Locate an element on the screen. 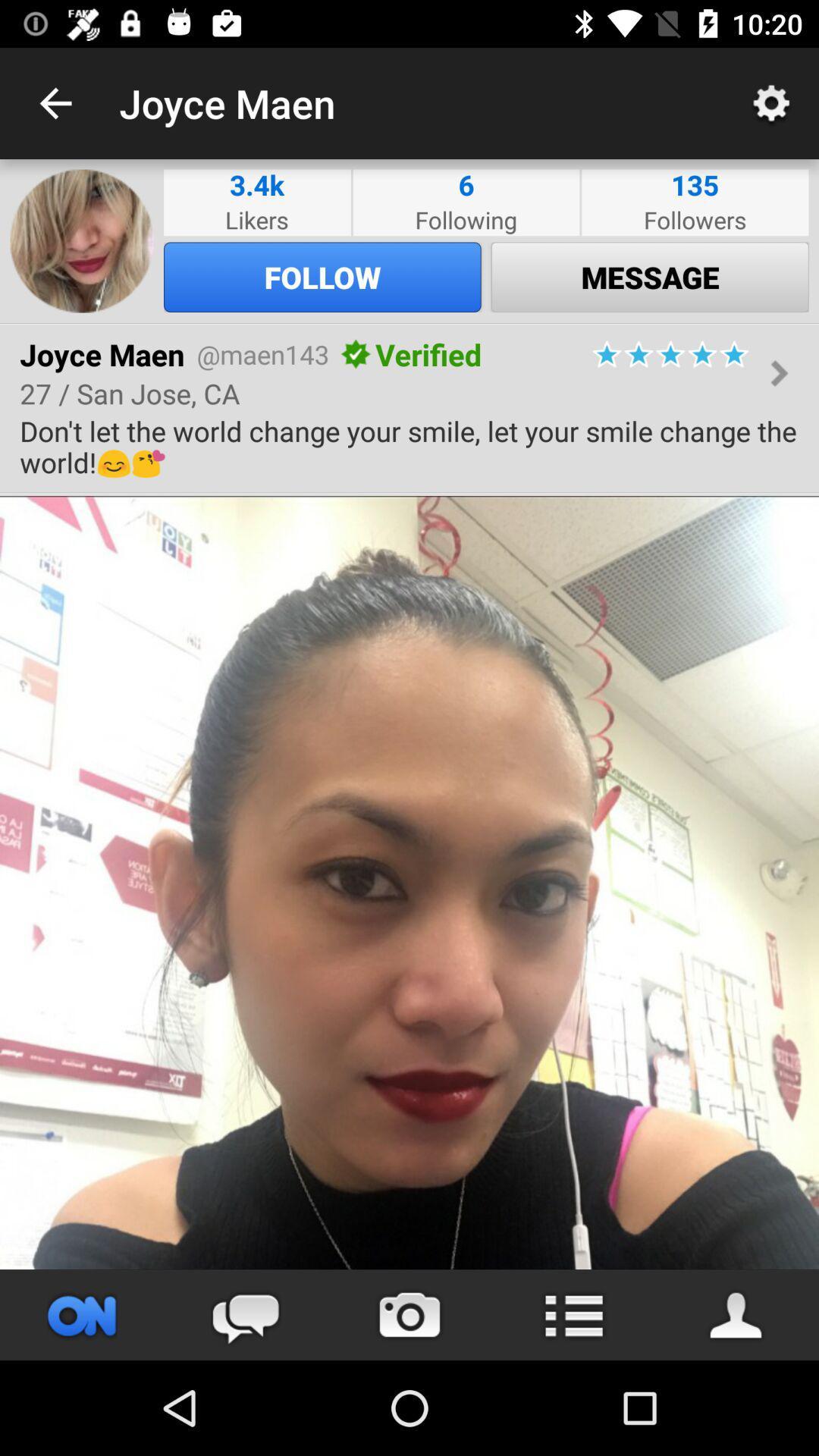 This screenshot has width=819, height=1456. the item above the message icon is located at coordinates (695, 218).